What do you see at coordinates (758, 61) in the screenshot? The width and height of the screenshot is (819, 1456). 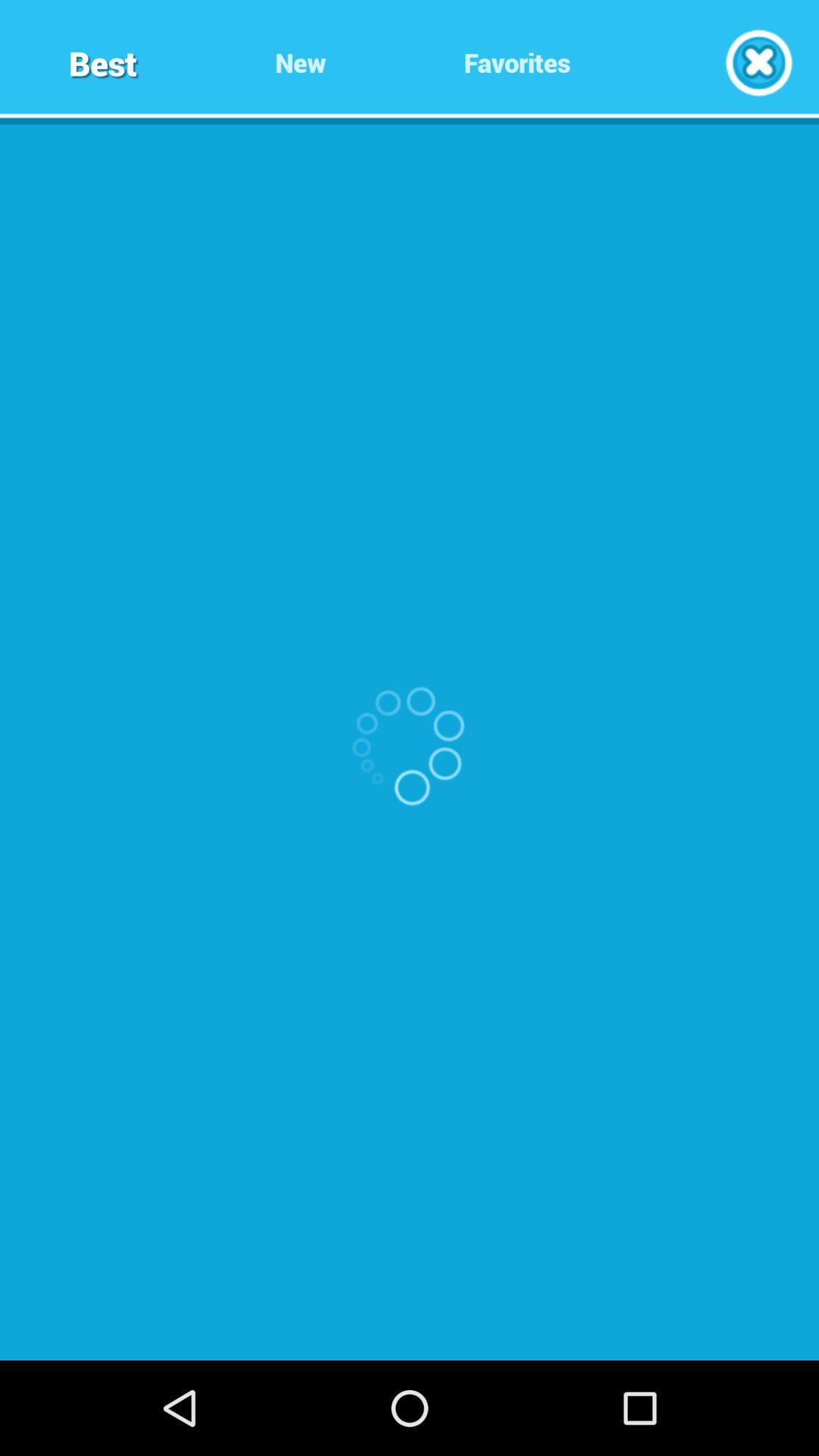 I see `page` at bounding box center [758, 61].